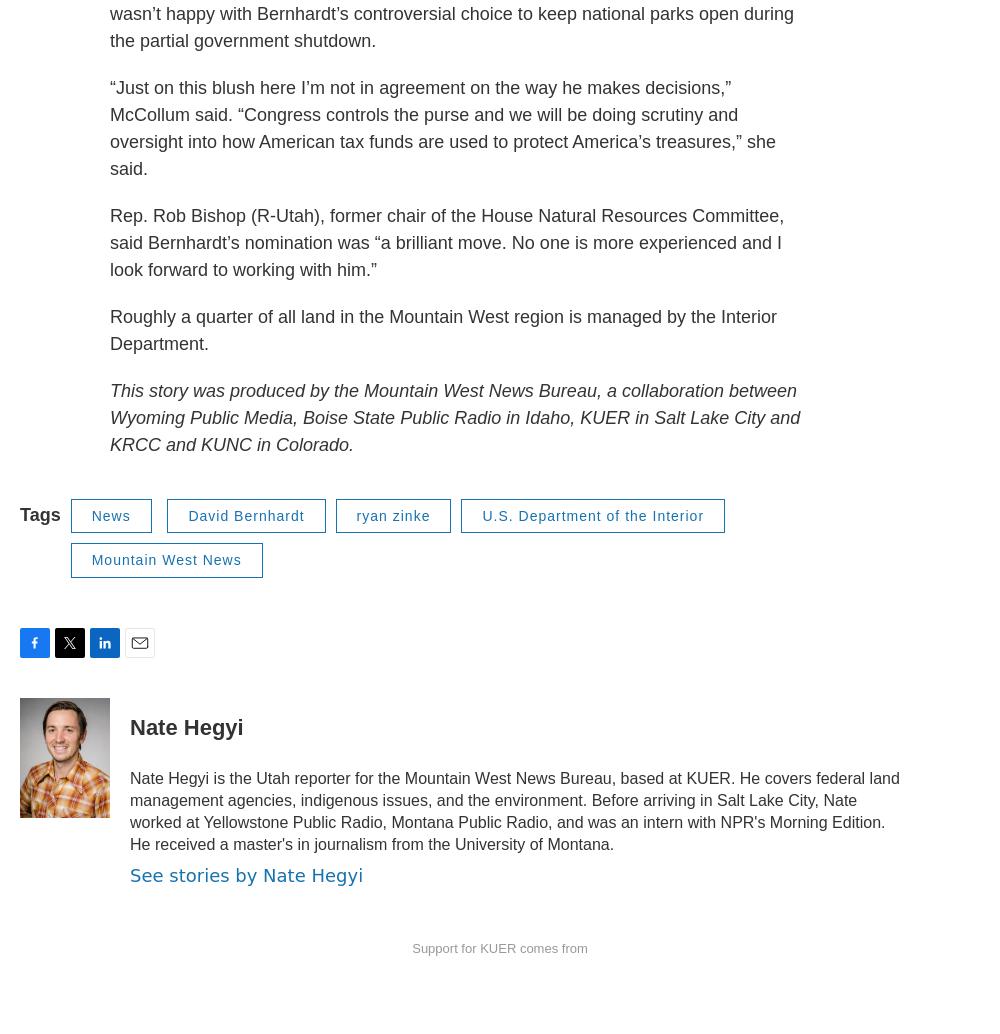 The image size is (1000, 1034). What do you see at coordinates (592, 514) in the screenshot?
I see `'U.S. Department of the Interior'` at bounding box center [592, 514].